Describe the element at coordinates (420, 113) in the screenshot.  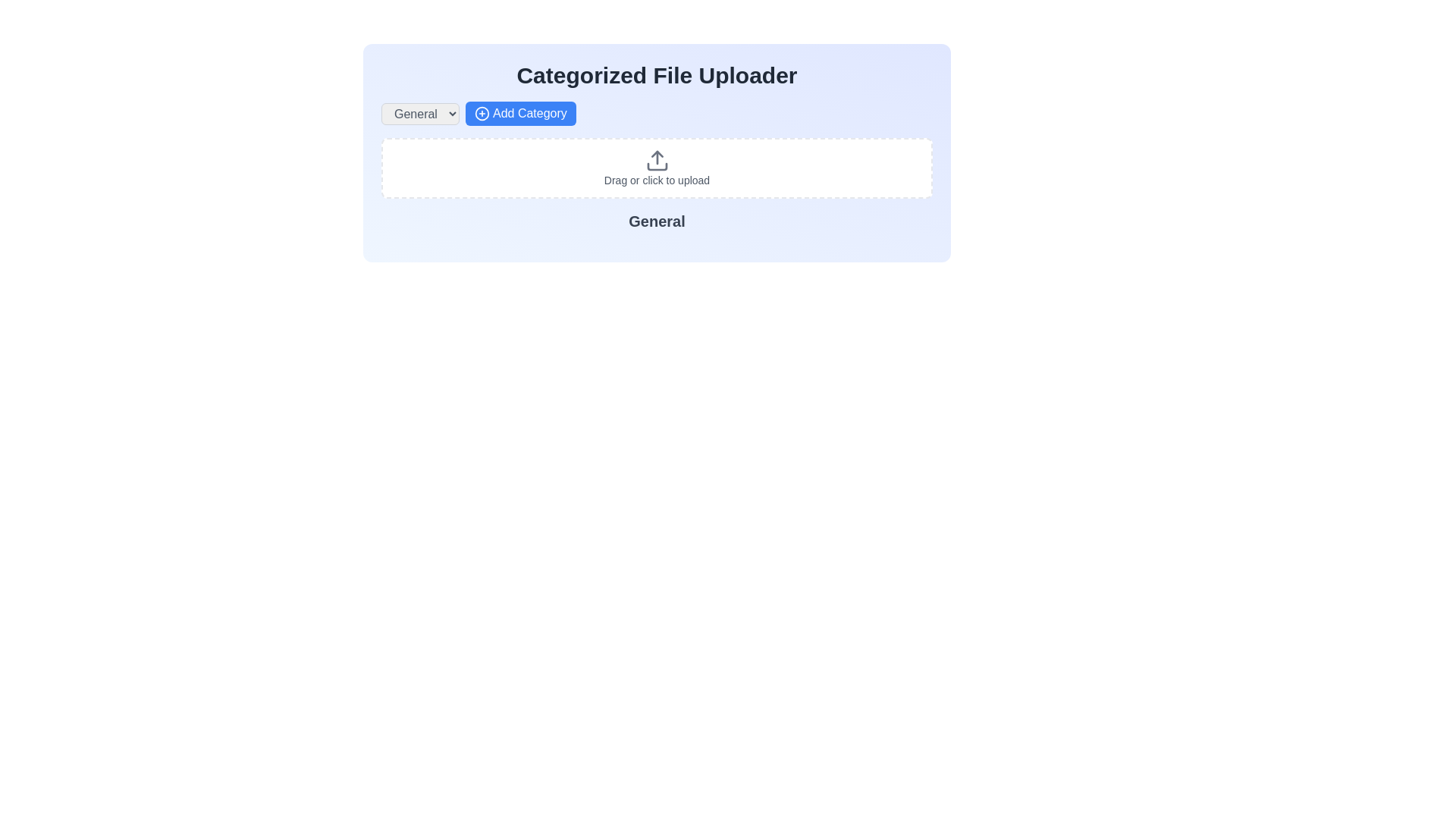
I see `the dropdown menu located at the top-left corner of the interface` at that location.